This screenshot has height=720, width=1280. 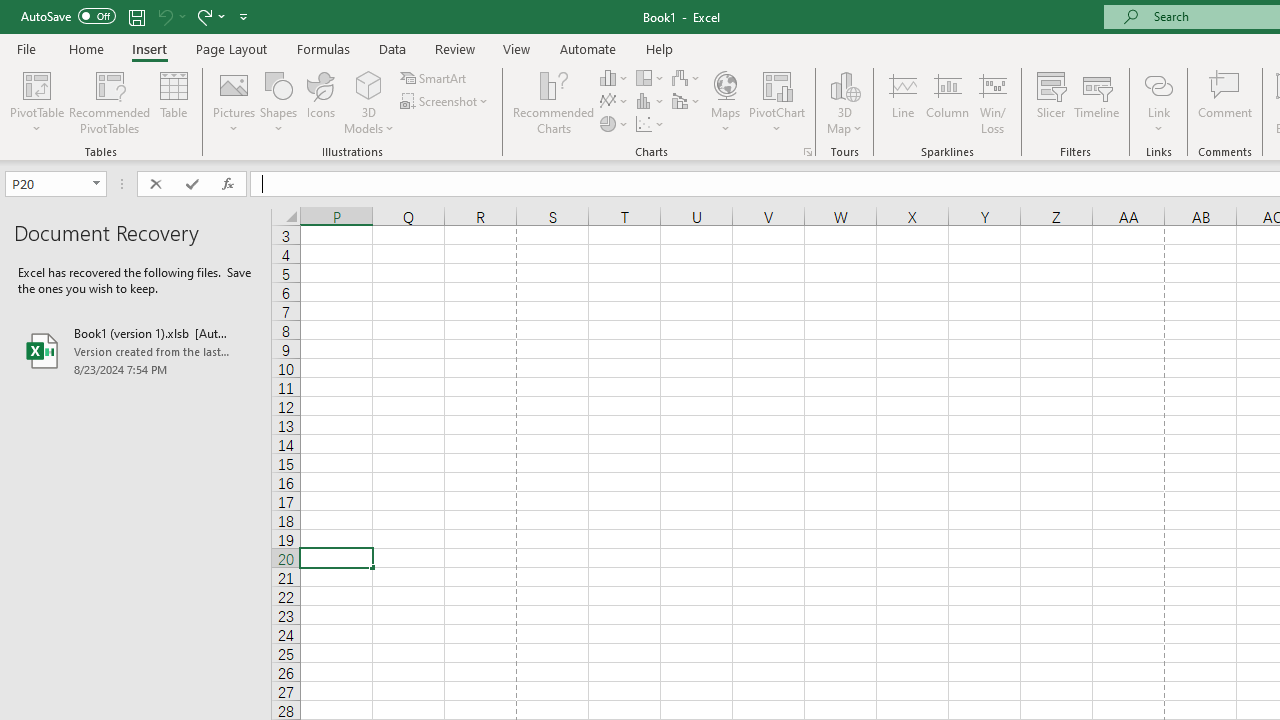 I want to click on 'Insert Hierarchy Chart', so click(x=651, y=77).